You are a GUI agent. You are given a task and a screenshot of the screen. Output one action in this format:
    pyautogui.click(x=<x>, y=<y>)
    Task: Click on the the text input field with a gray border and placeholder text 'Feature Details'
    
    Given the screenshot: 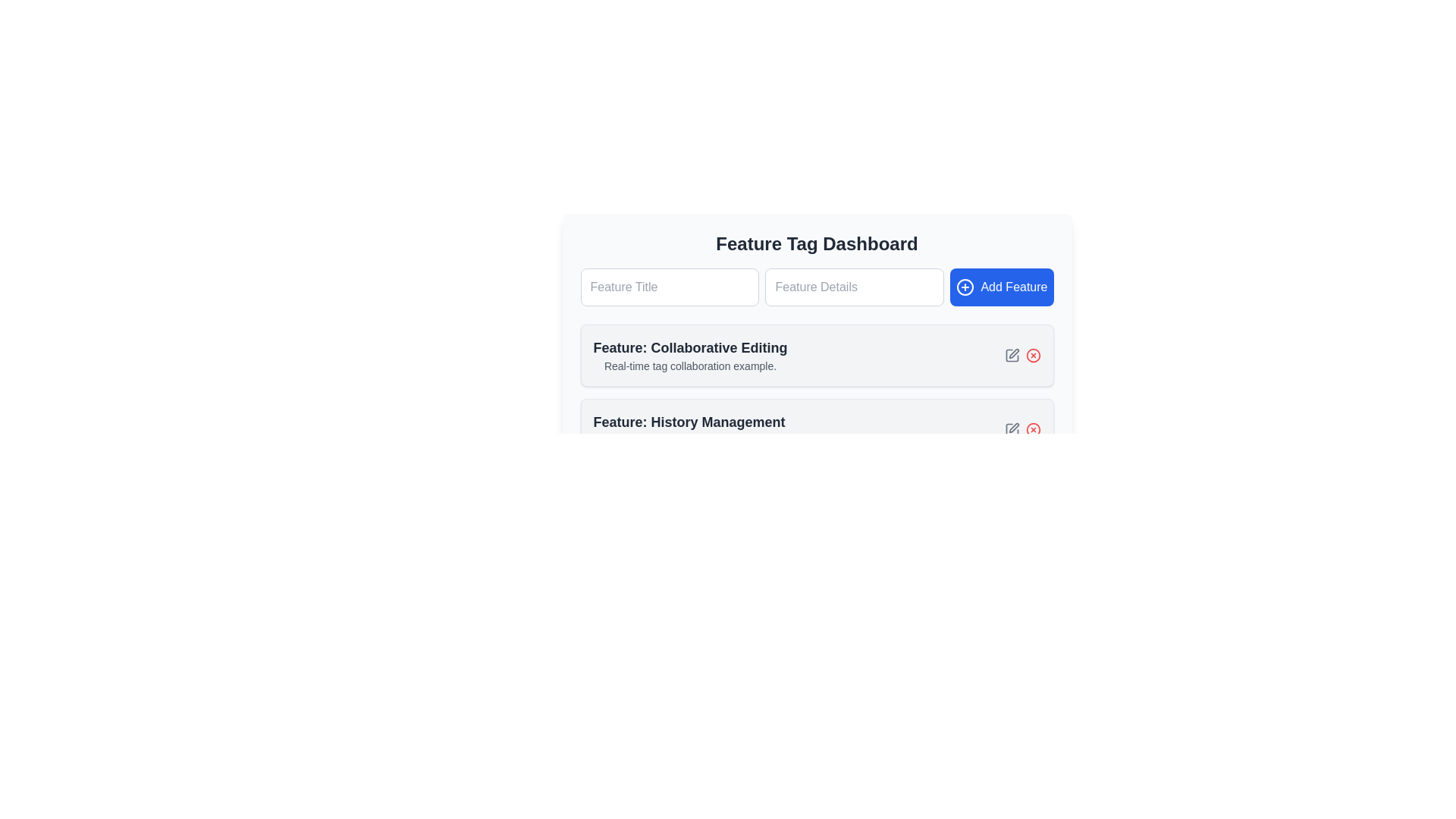 What is the action you would take?
    pyautogui.click(x=855, y=287)
    